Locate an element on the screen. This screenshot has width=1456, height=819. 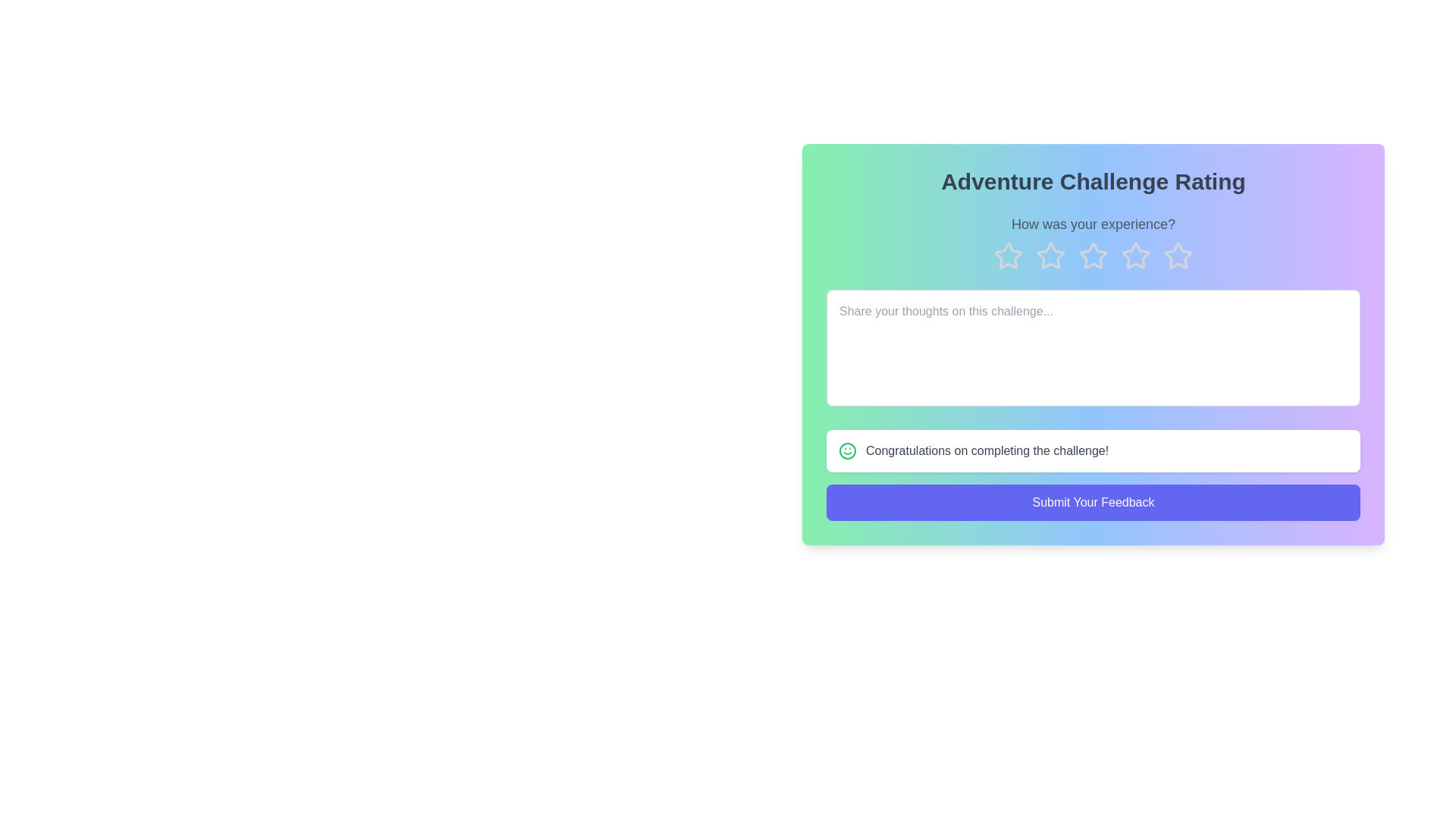
the fifth star icon in the row of rating stars below the 'How was your experience?' text is located at coordinates (1178, 256).